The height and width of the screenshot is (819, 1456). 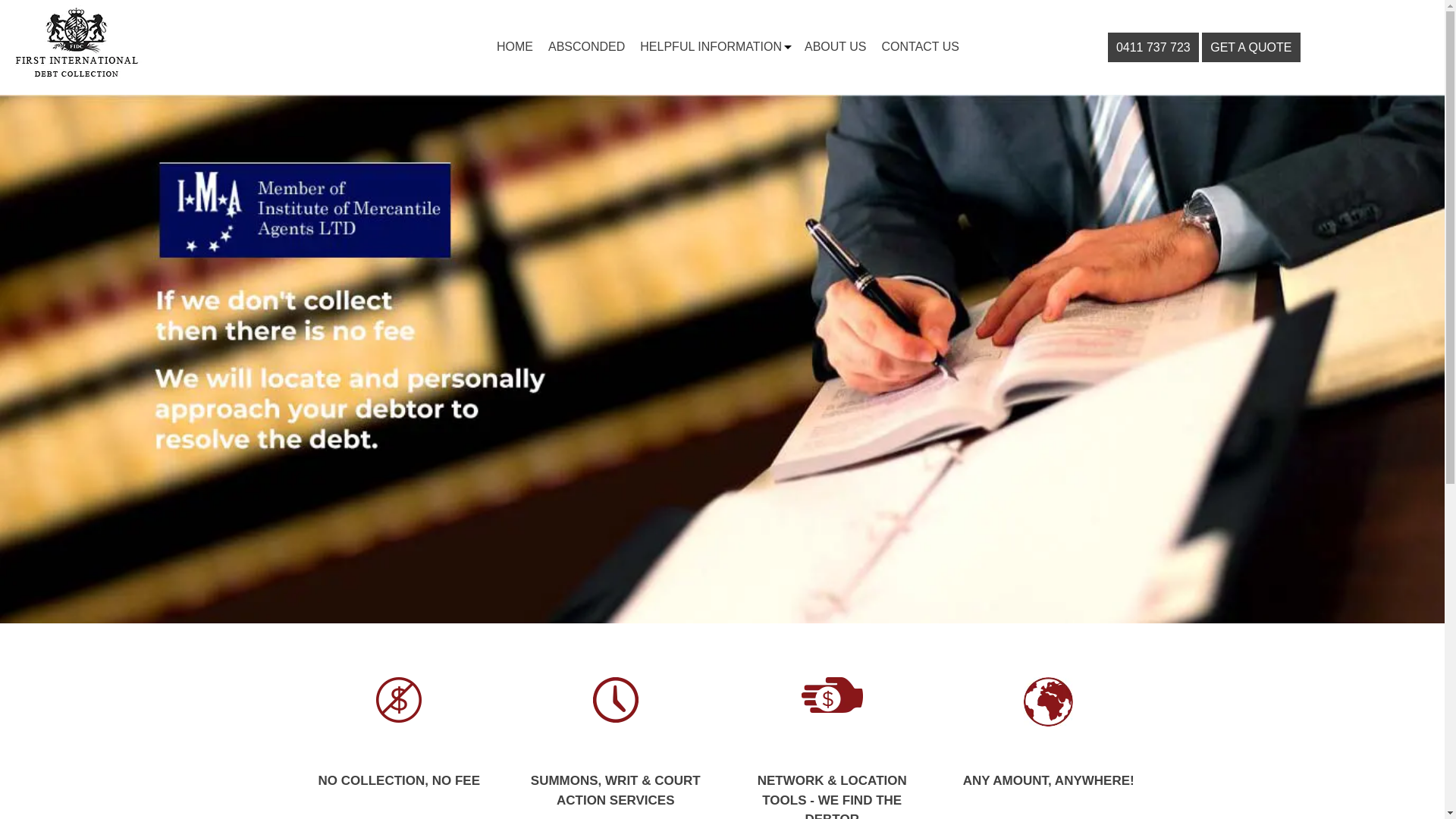 What do you see at coordinates (585, 45) in the screenshot?
I see `'ABSCONDED'` at bounding box center [585, 45].